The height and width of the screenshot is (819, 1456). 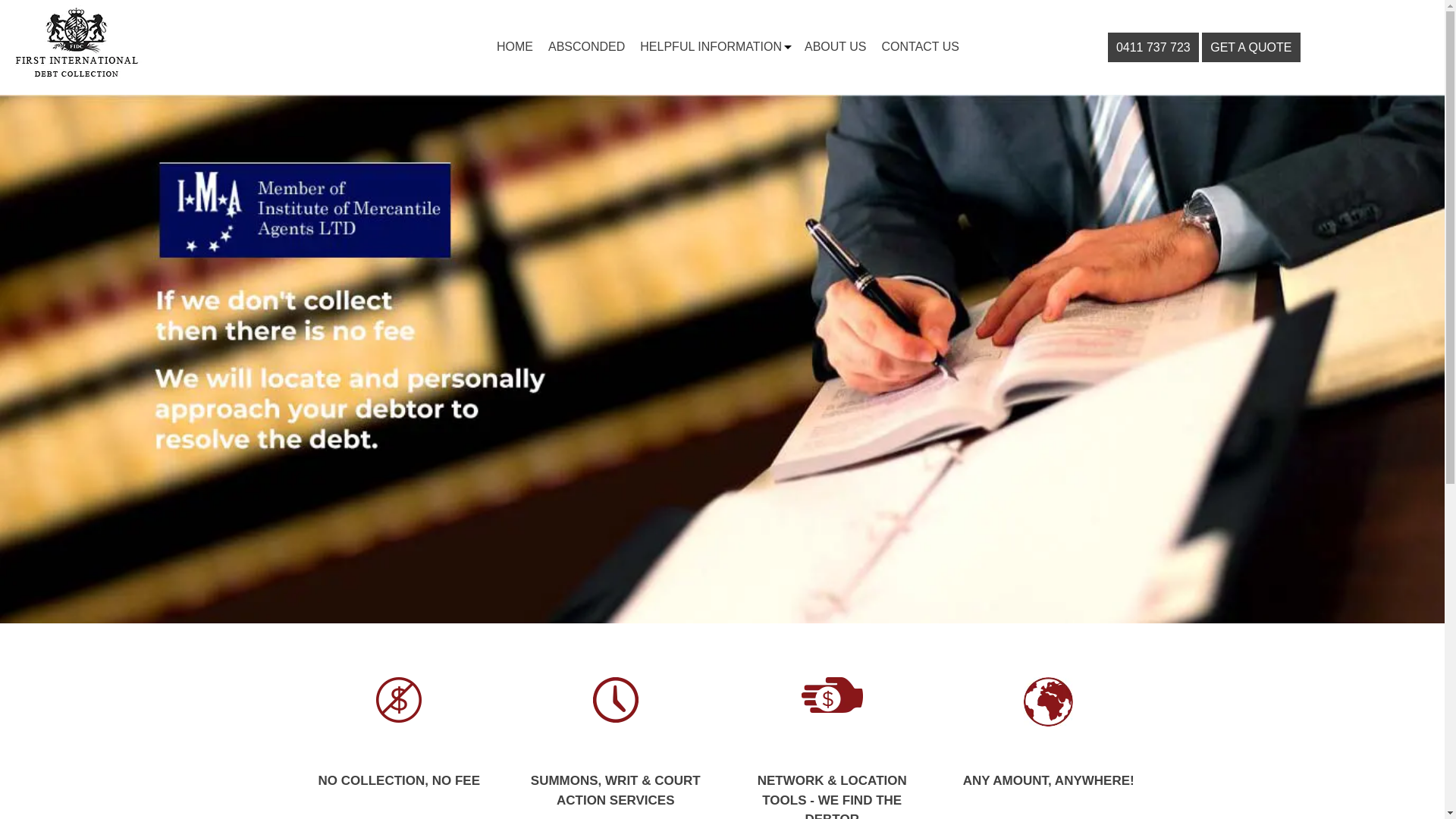 What do you see at coordinates (585, 45) in the screenshot?
I see `'ABSCONDED'` at bounding box center [585, 45].